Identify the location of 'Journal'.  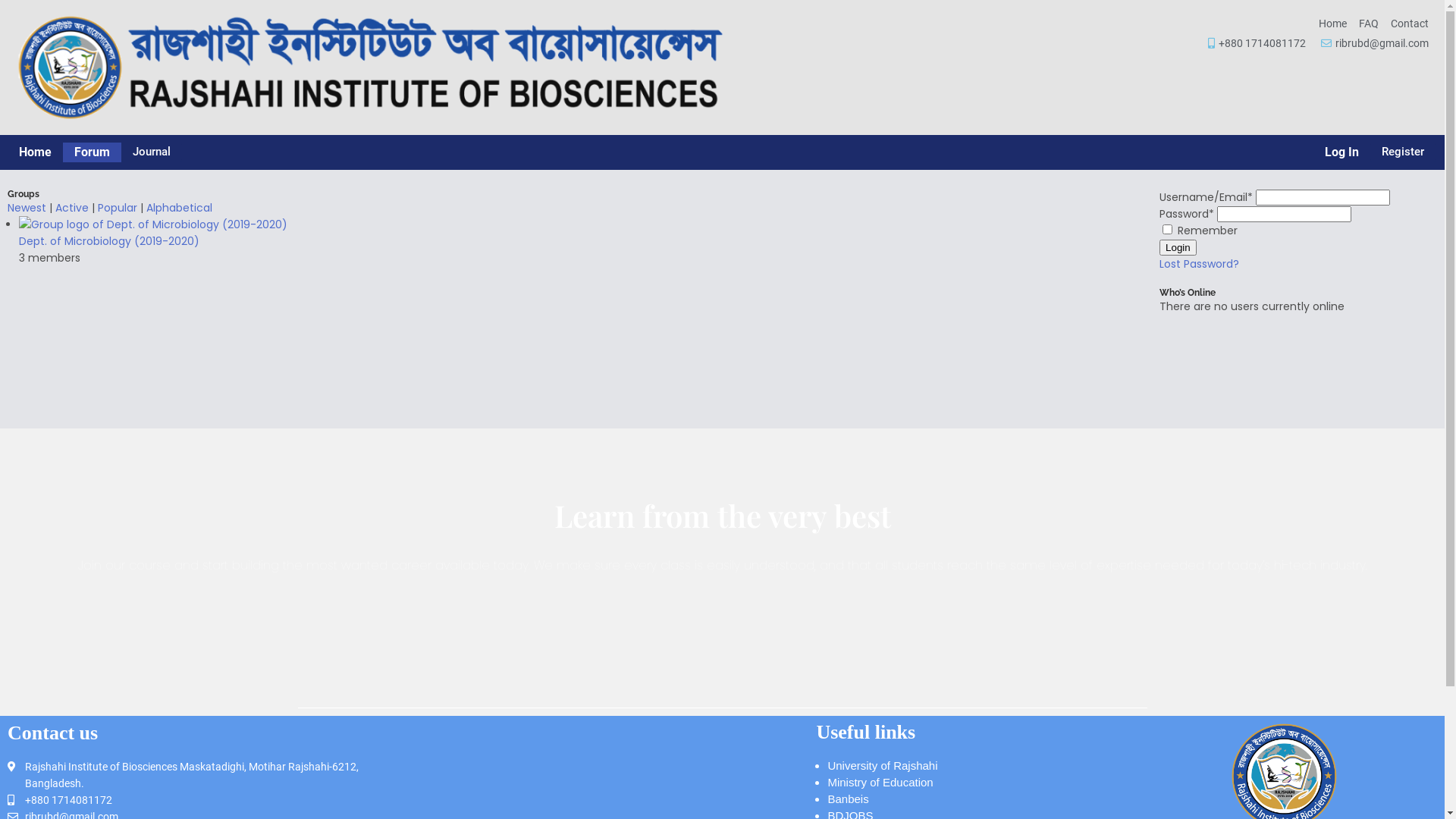
(152, 152).